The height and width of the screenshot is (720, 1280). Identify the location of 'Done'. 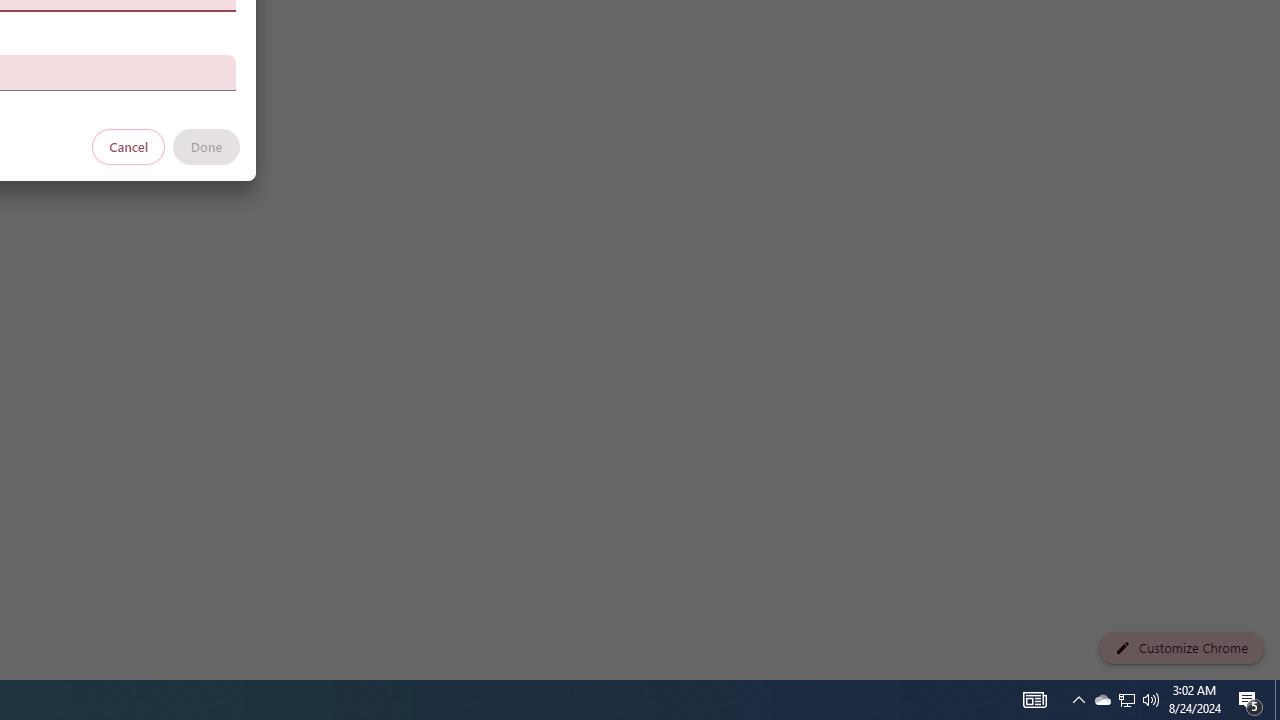
(206, 145).